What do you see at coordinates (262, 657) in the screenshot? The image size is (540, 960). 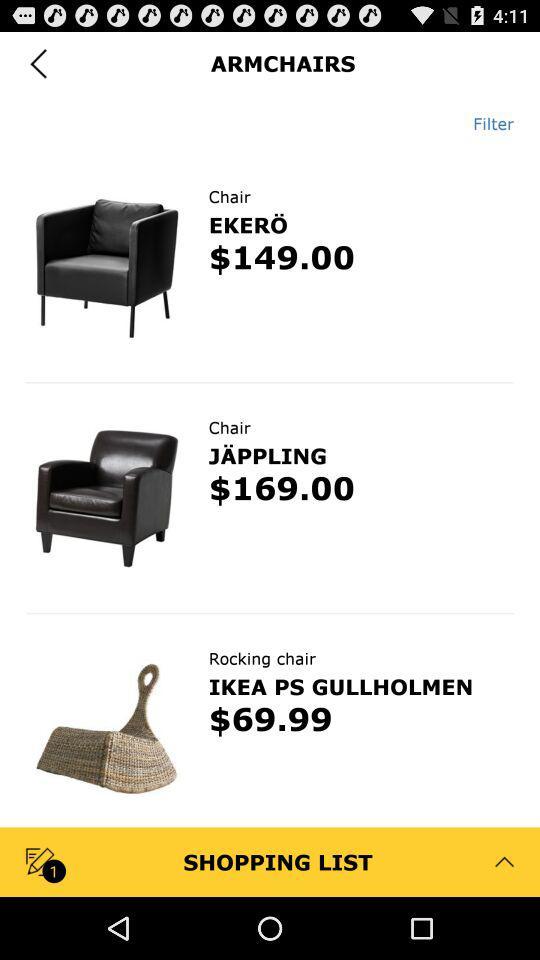 I see `rocking chair app` at bounding box center [262, 657].